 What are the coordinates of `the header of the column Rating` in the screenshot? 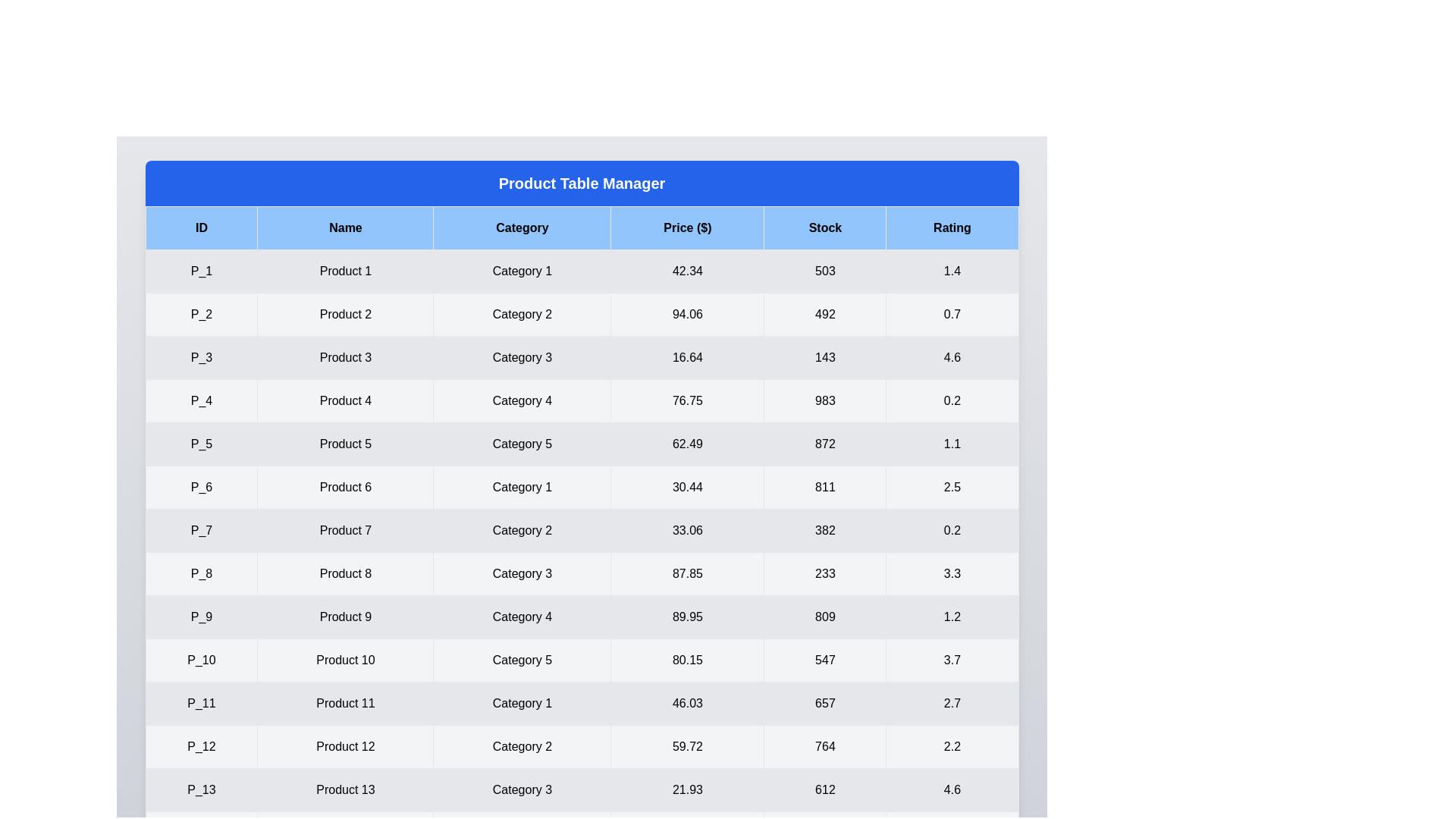 It's located at (952, 227).